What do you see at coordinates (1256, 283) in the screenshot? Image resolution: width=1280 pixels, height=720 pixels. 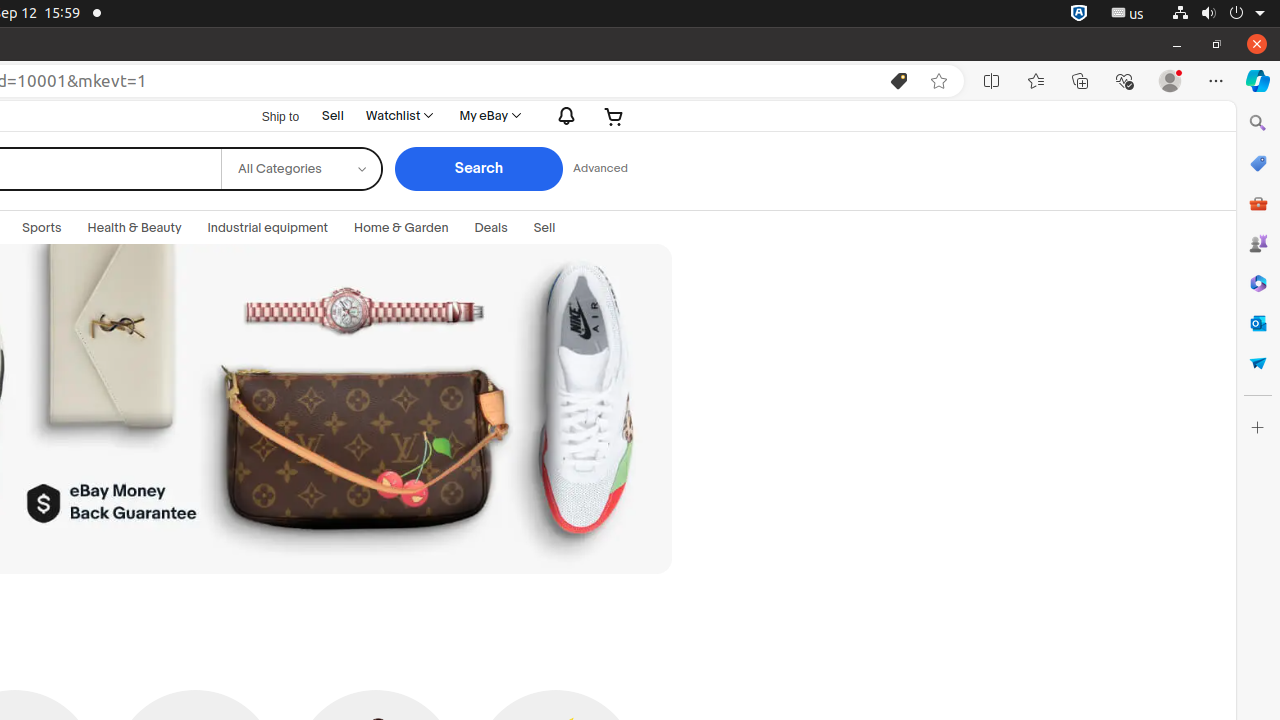 I see `'Microsoft 365'` at bounding box center [1256, 283].